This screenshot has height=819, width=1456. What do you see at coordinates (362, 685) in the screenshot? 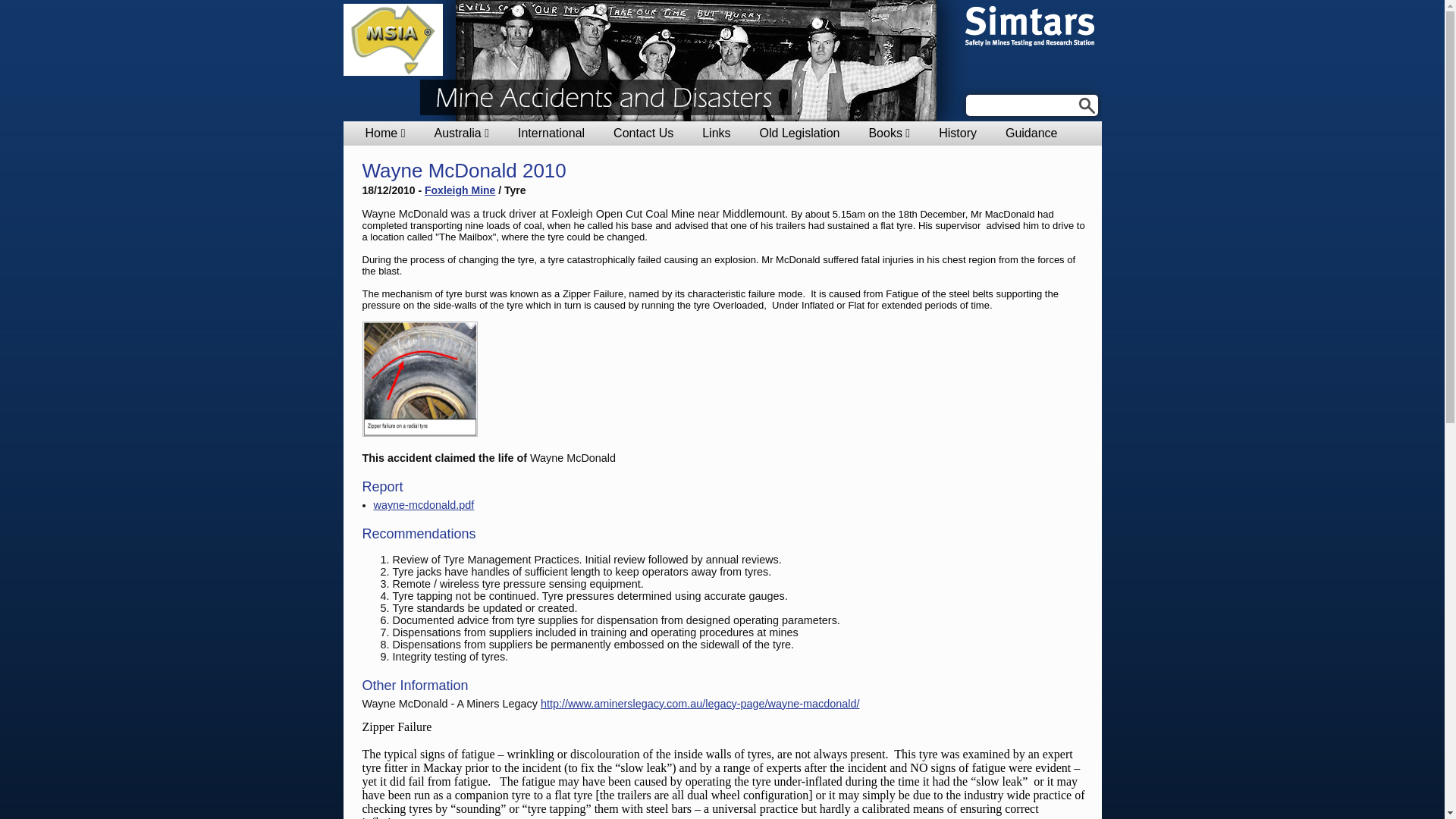
I see `'Other Information'` at bounding box center [362, 685].